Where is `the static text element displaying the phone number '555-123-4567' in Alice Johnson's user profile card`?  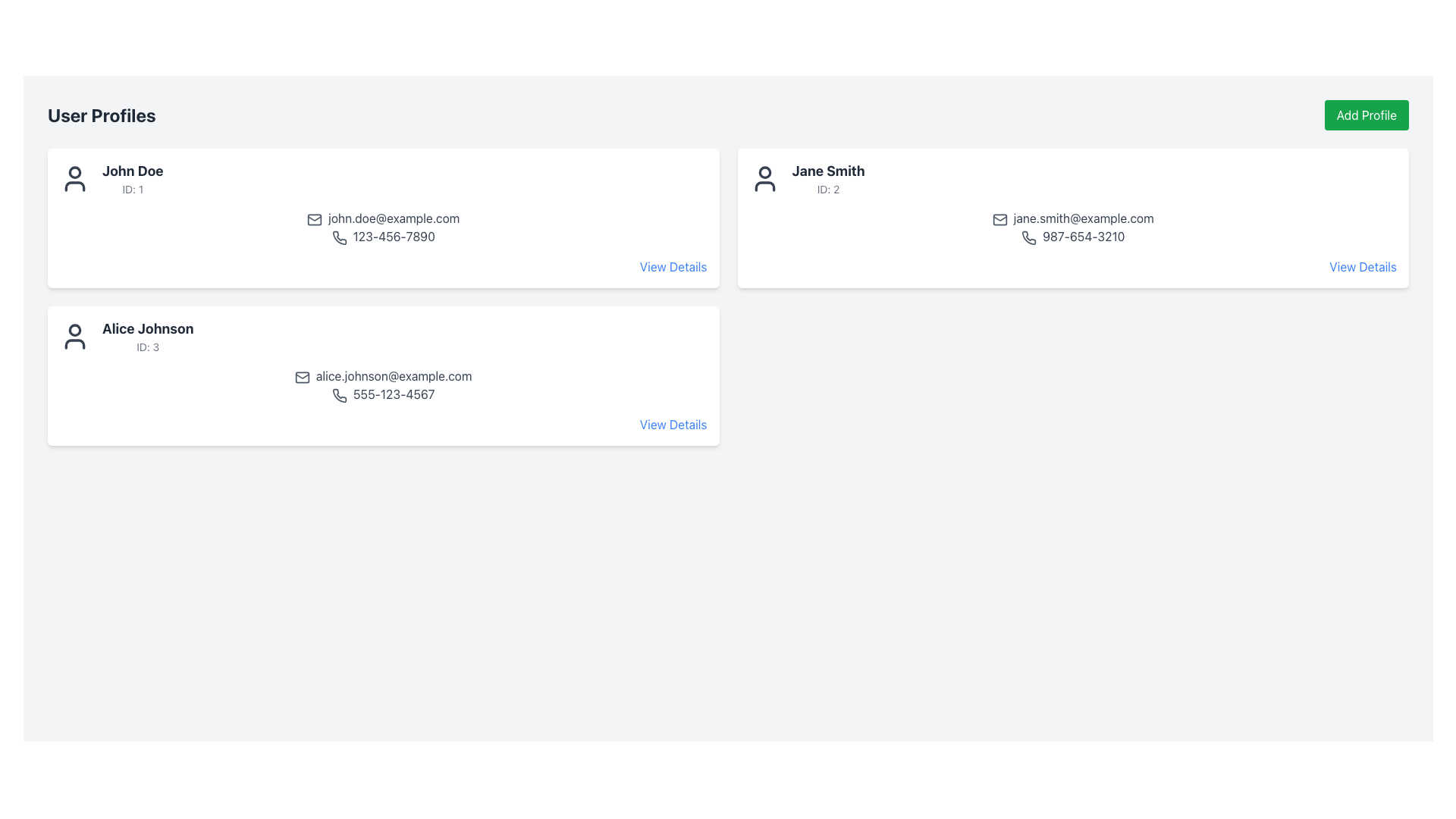
the static text element displaying the phone number '555-123-4567' in Alice Johnson's user profile card is located at coordinates (383, 394).